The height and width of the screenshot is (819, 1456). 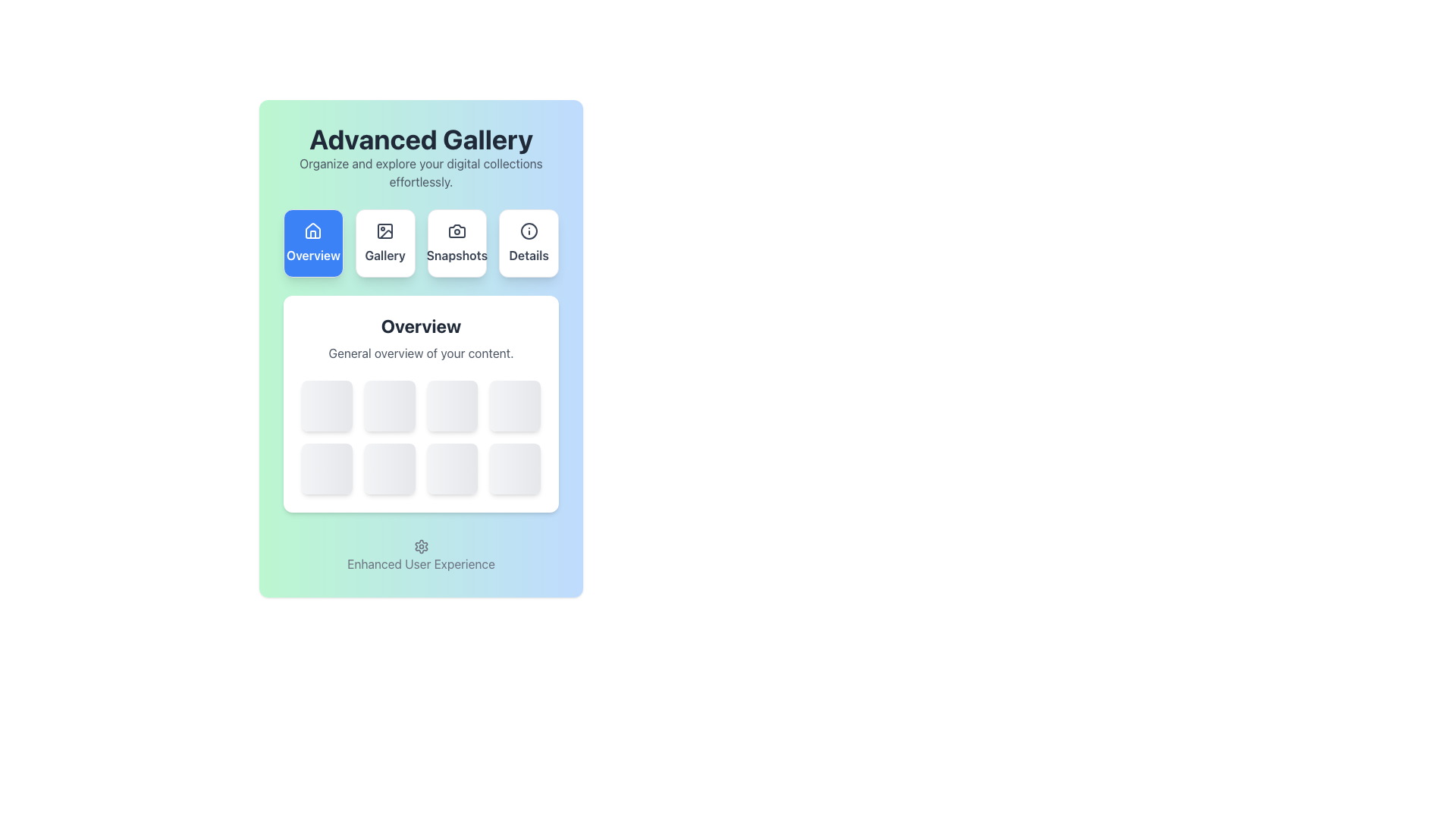 What do you see at coordinates (421, 547) in the screenshot?
I see `the gear-shaped icon located above the text 'Enhanced User Experience' for interaction` at bounding box center [421, 547].